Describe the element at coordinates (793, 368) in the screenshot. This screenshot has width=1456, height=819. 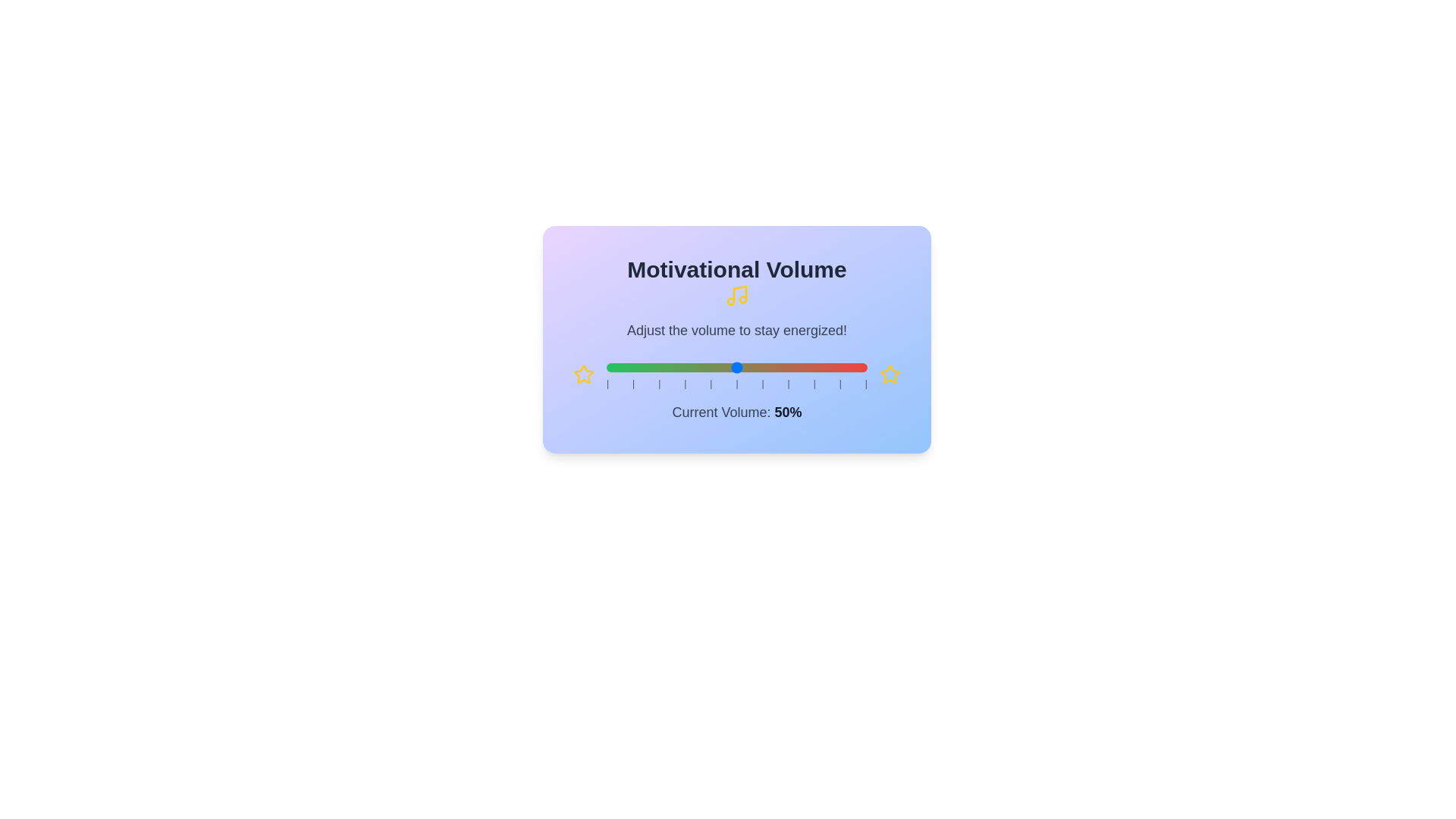
I see `the volume slider to set the volume to 72%` at that location.